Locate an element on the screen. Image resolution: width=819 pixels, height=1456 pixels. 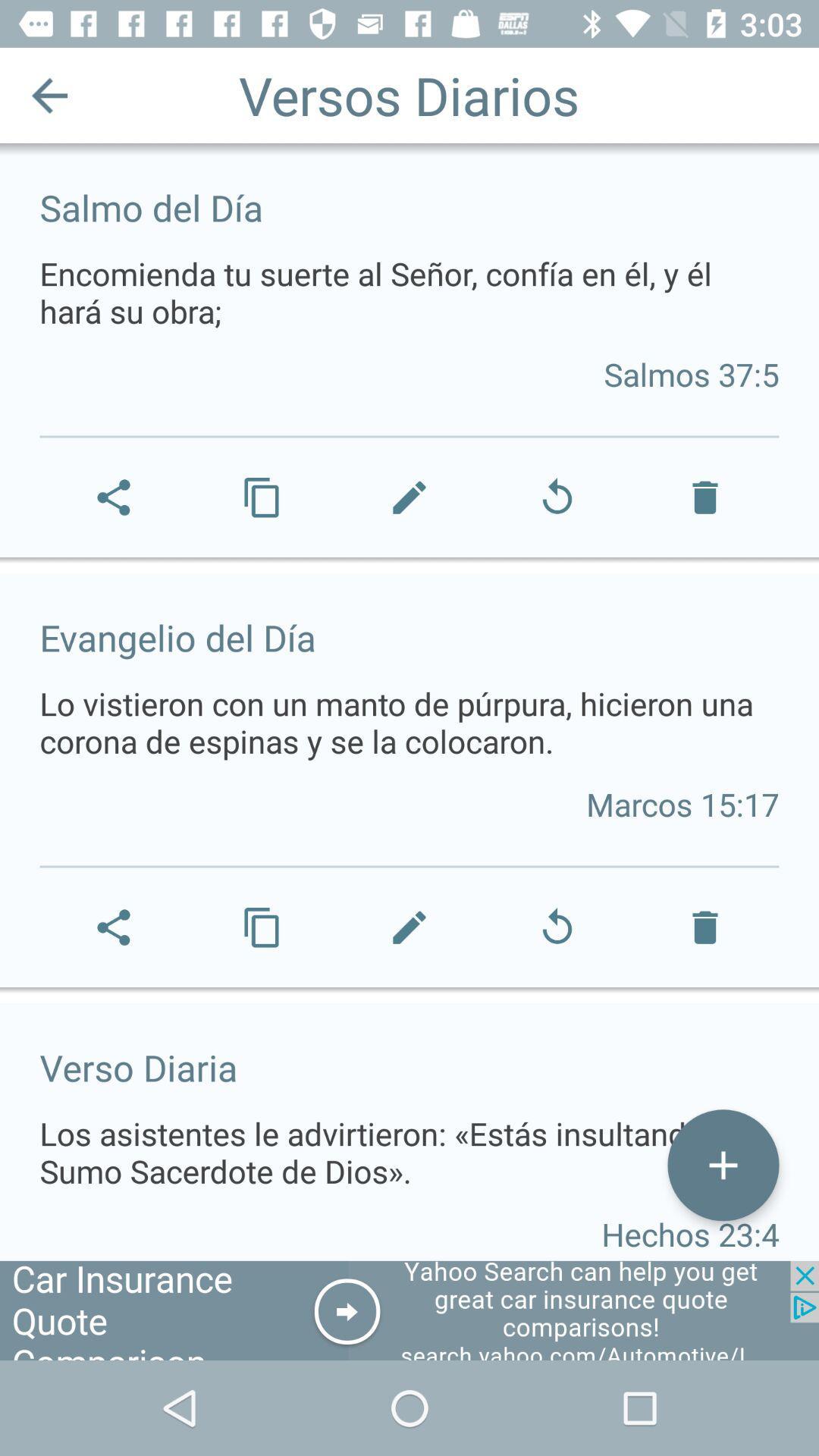
item is located at coordinates (722, 1164).